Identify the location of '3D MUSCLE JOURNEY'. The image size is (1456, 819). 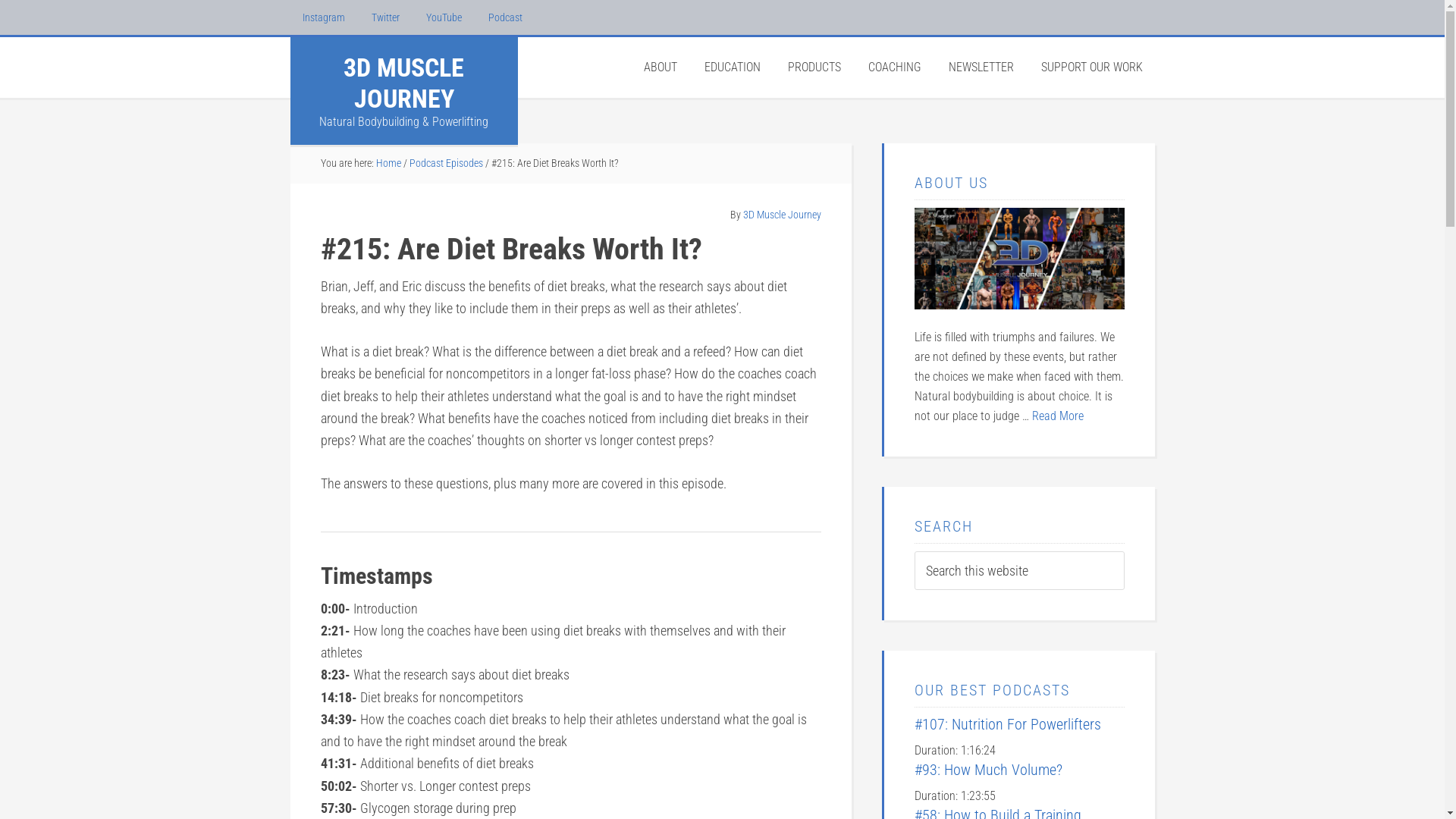
(342, 83).